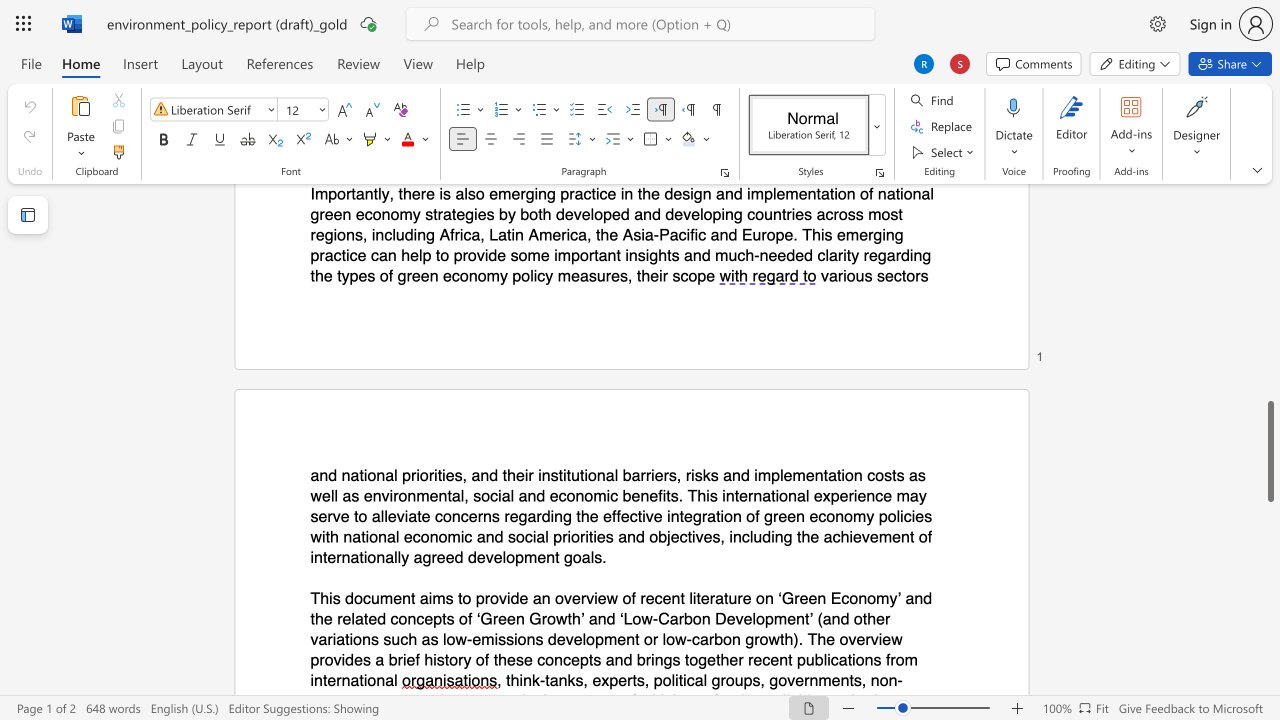  Describe the element at coordinates (1269, 310) in the screenshot. I see `the scrollbar to adjust the page upward` at that location.